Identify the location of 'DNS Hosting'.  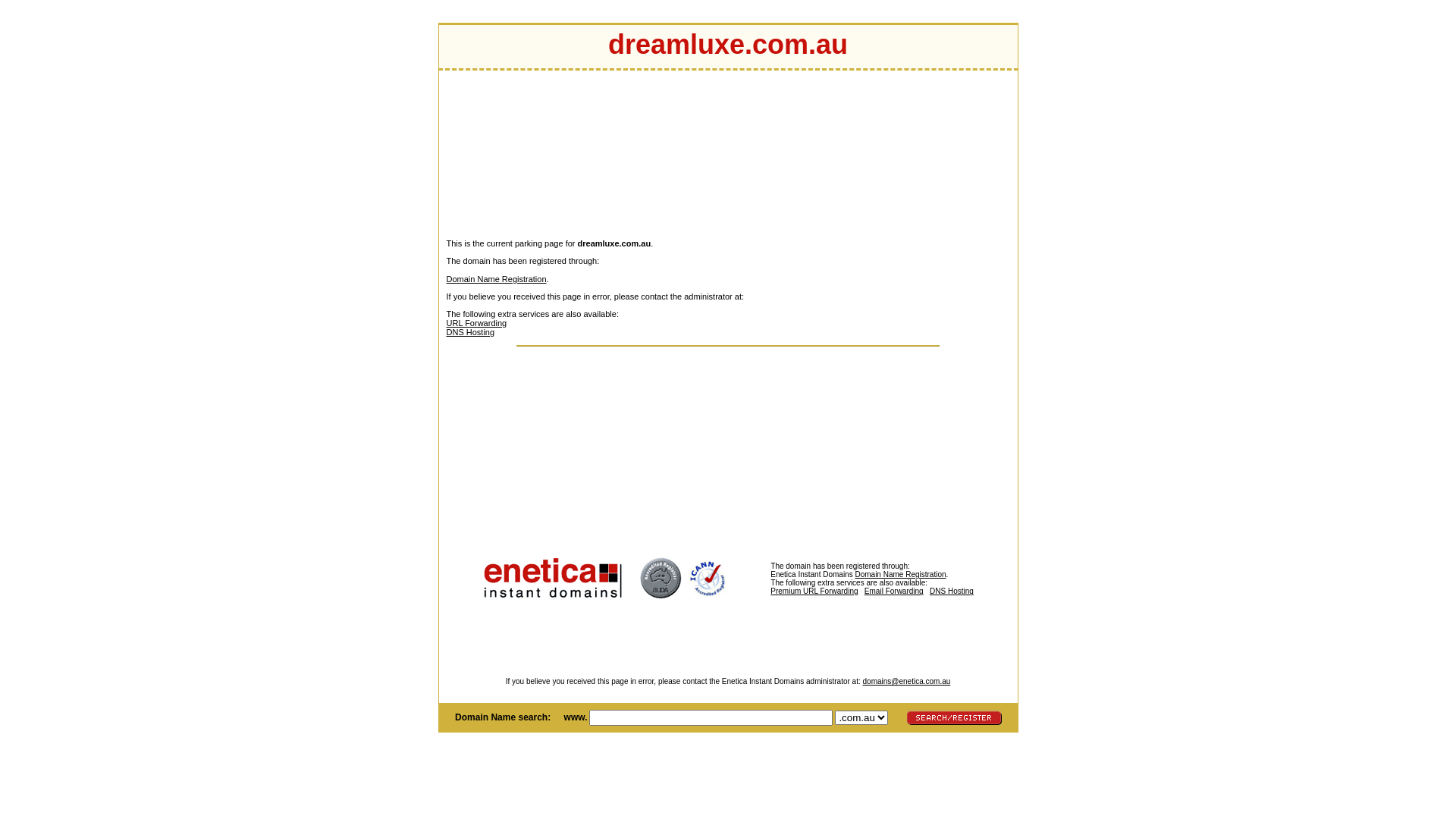
(950, 590).